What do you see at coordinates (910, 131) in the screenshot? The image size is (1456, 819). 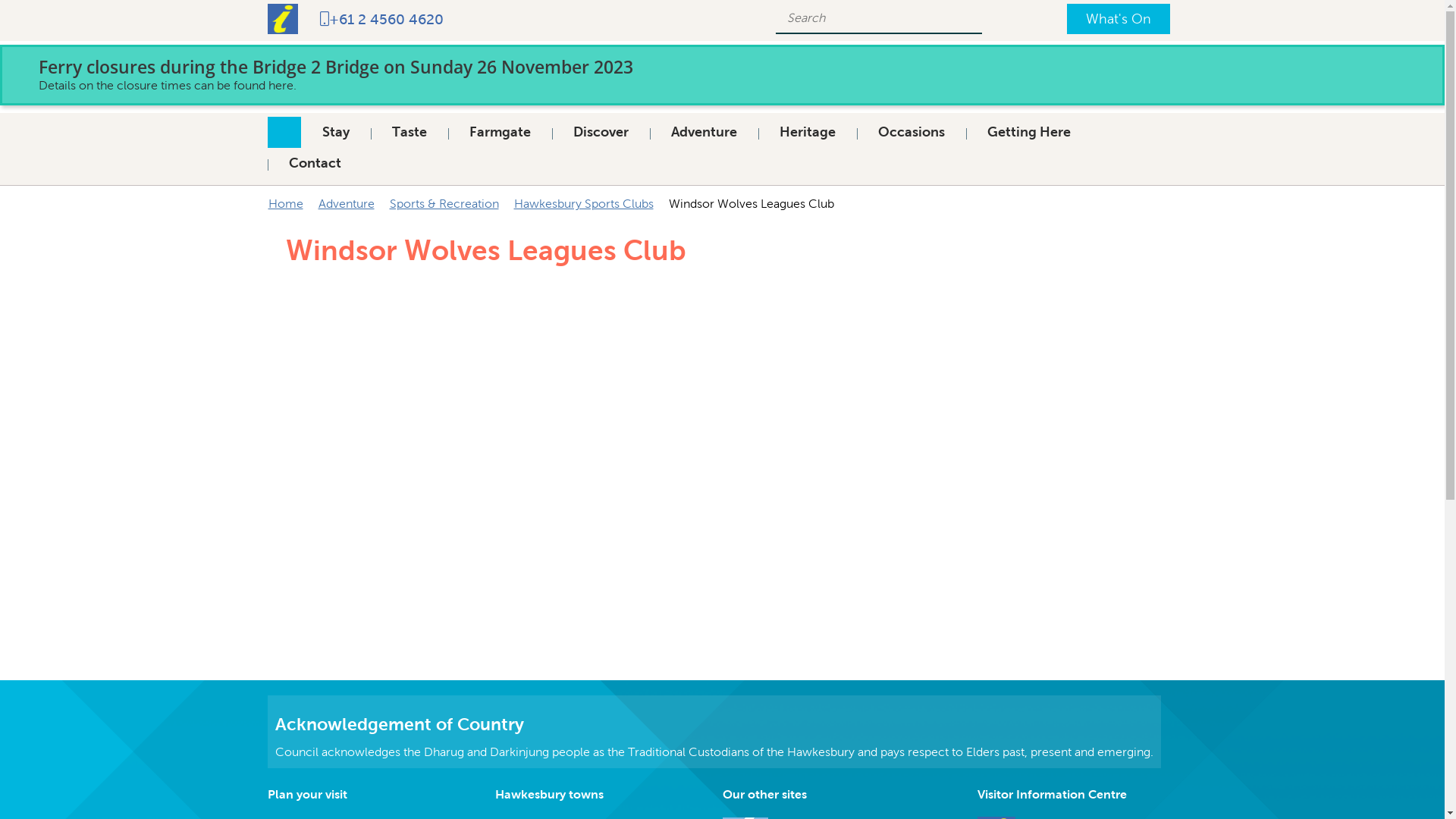 I see `'Occasions'` at bounding box center [910, 131].